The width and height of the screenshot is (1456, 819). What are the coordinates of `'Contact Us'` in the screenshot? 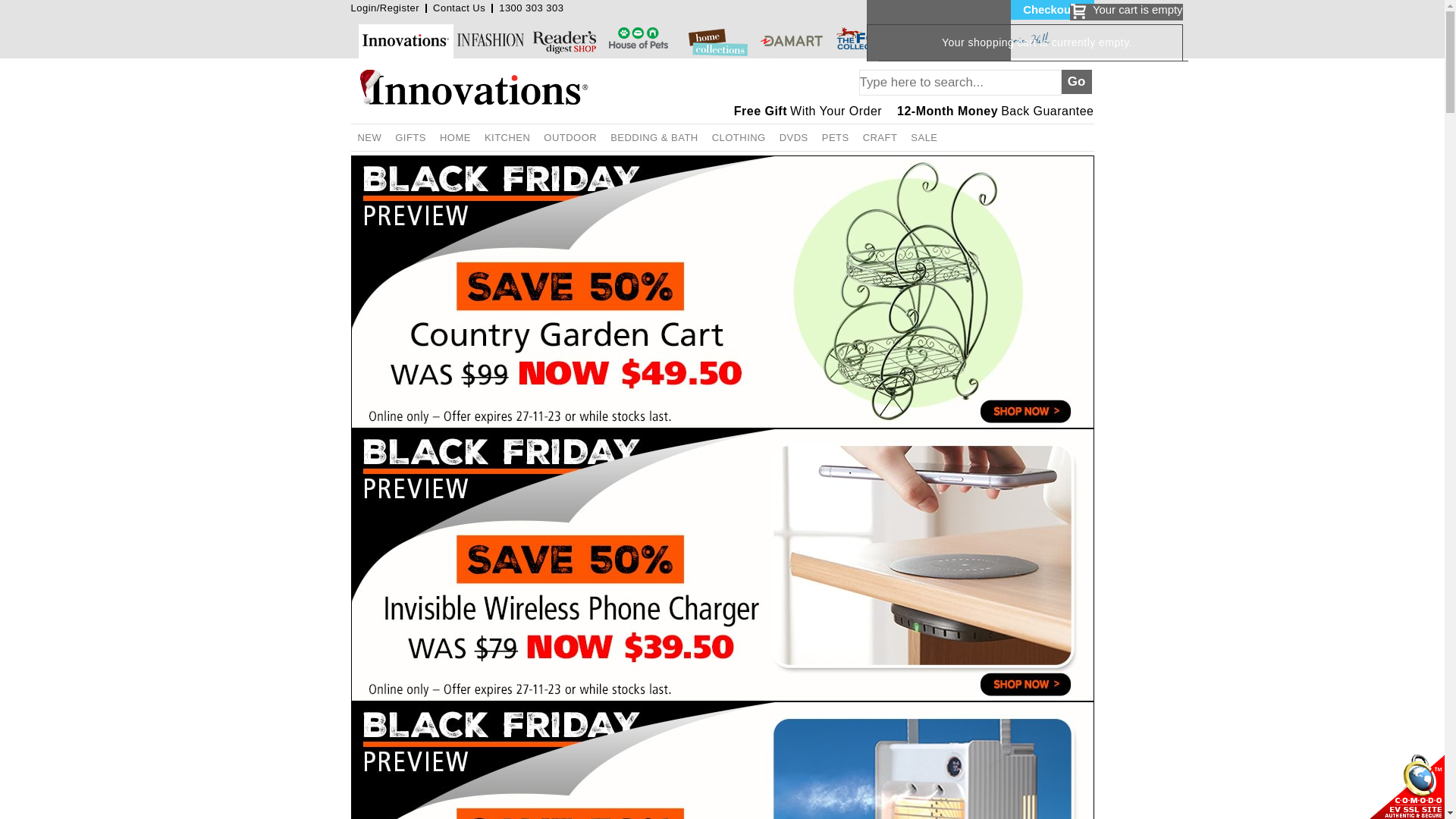 It's located at (458, 8).